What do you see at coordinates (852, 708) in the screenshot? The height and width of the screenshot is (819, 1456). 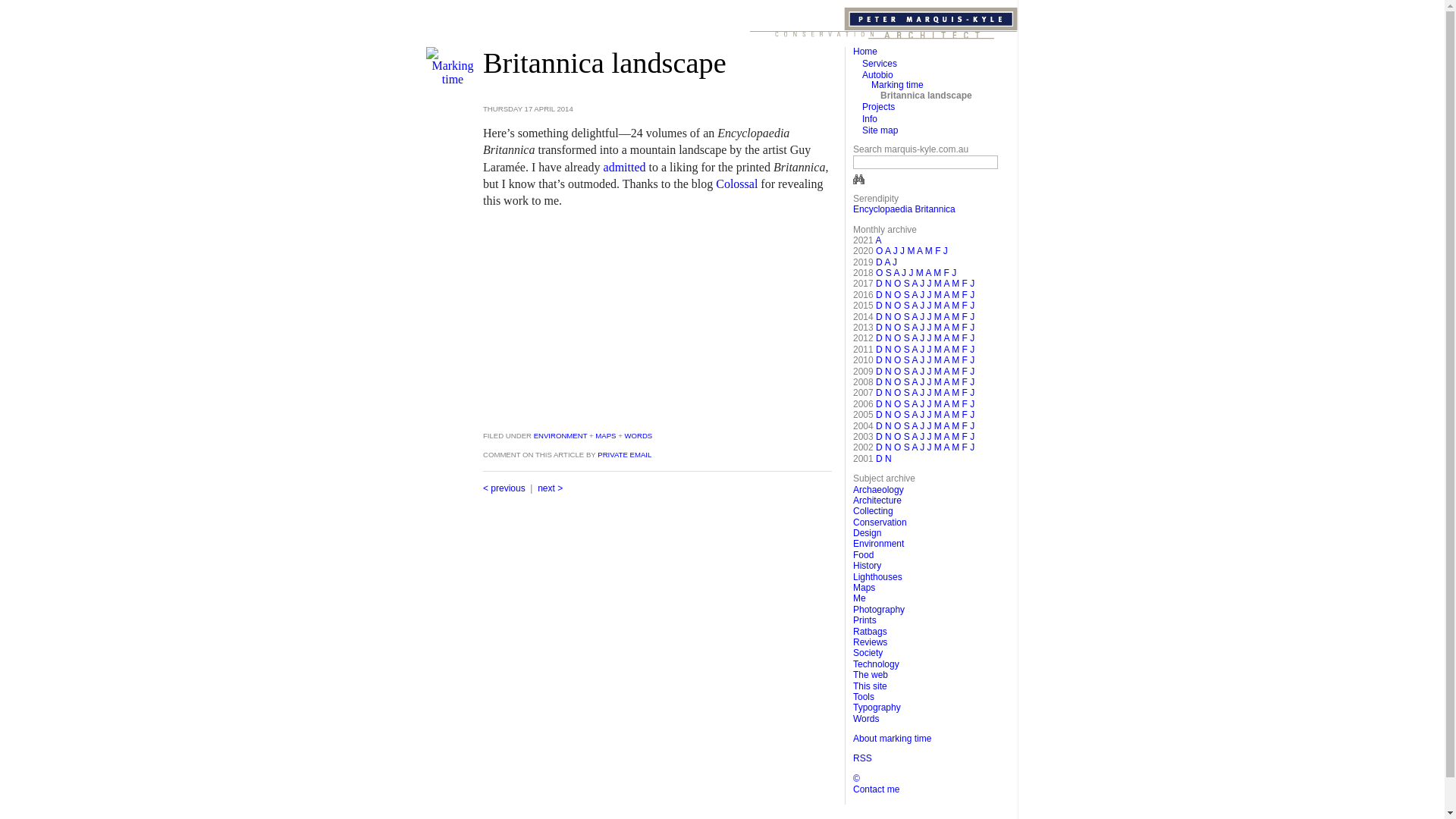 I see `'Typography'` at bounding box center [852, 708].